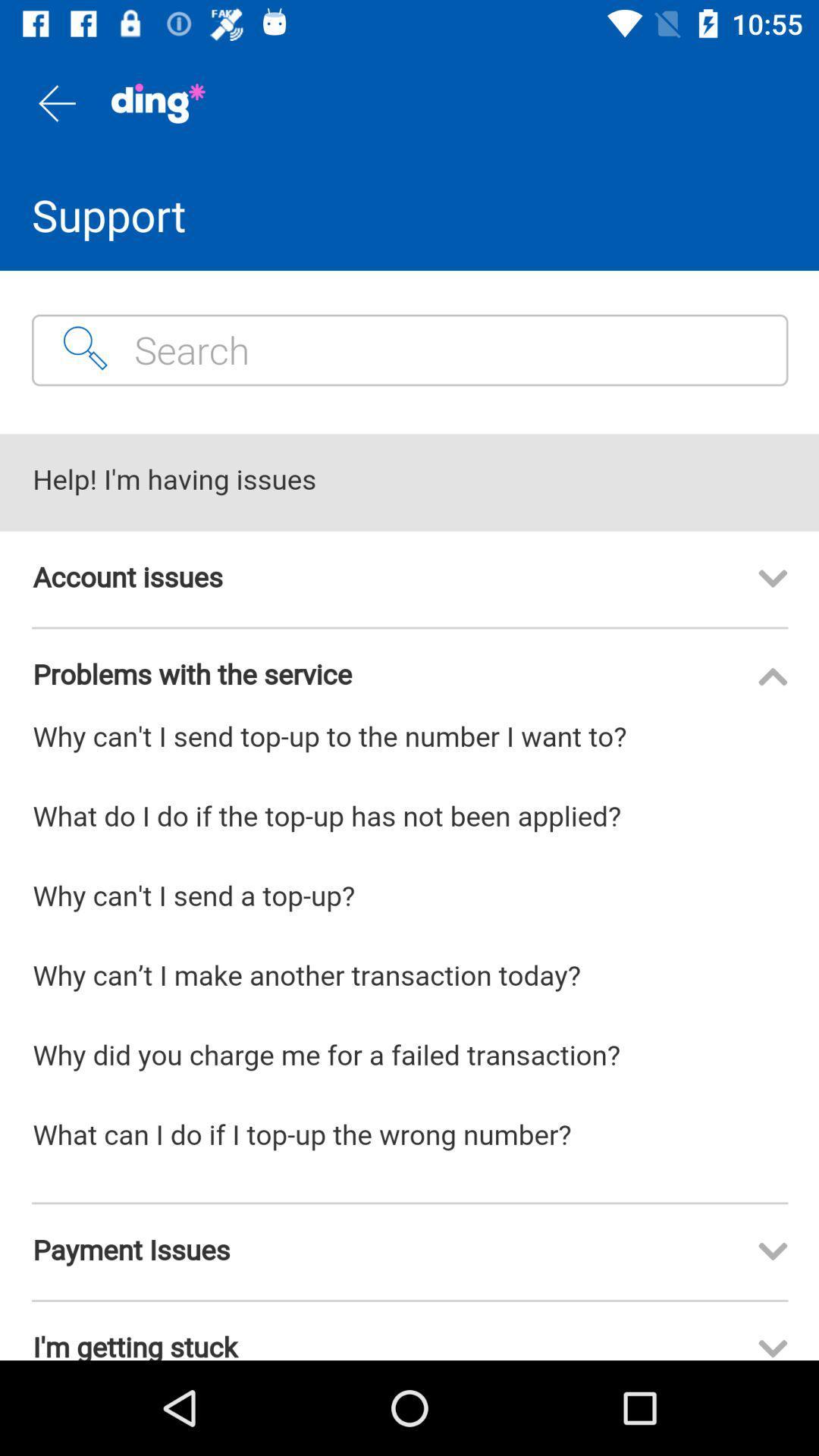  What do you see at coordinates (55, 102) in the screenshot?
I see `previous` at bounding box center [55, 102].